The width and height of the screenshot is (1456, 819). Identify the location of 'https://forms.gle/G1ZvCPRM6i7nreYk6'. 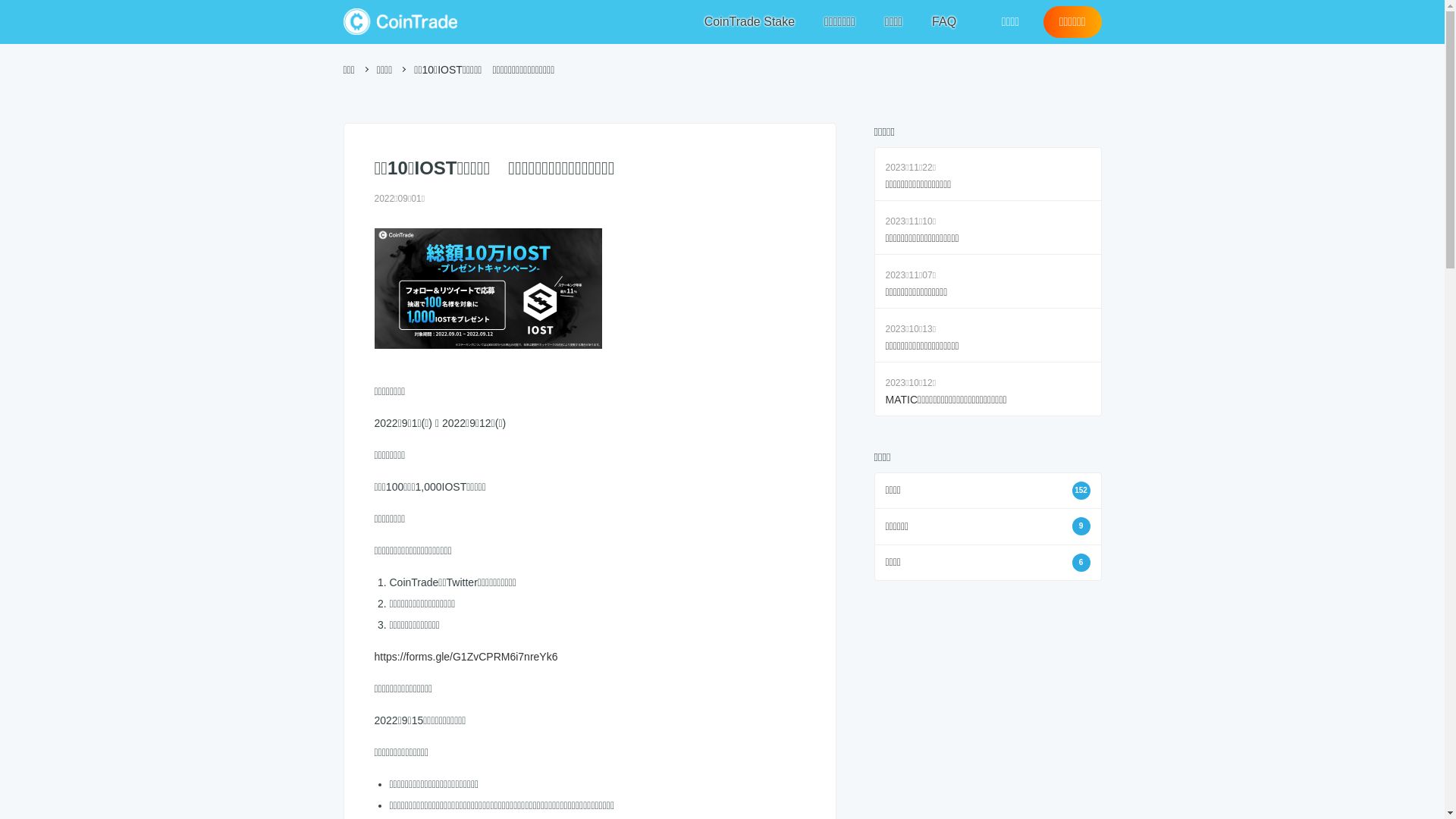
(375, 656).